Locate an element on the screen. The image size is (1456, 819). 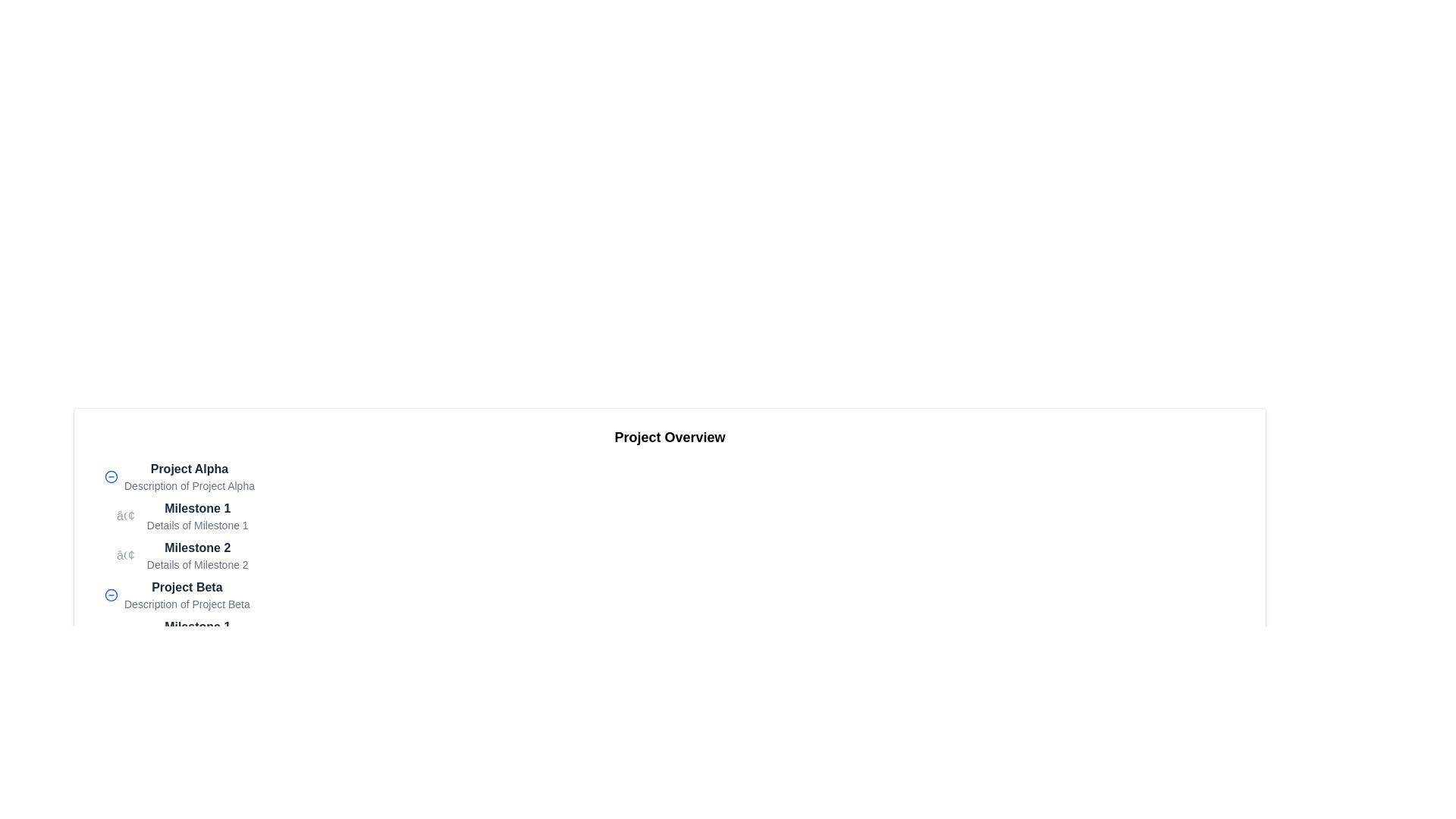
the blue circular button with a minus sign in the 'Project Alpha' section to minimize or collapse the project details is located at coordinates (111, 475).